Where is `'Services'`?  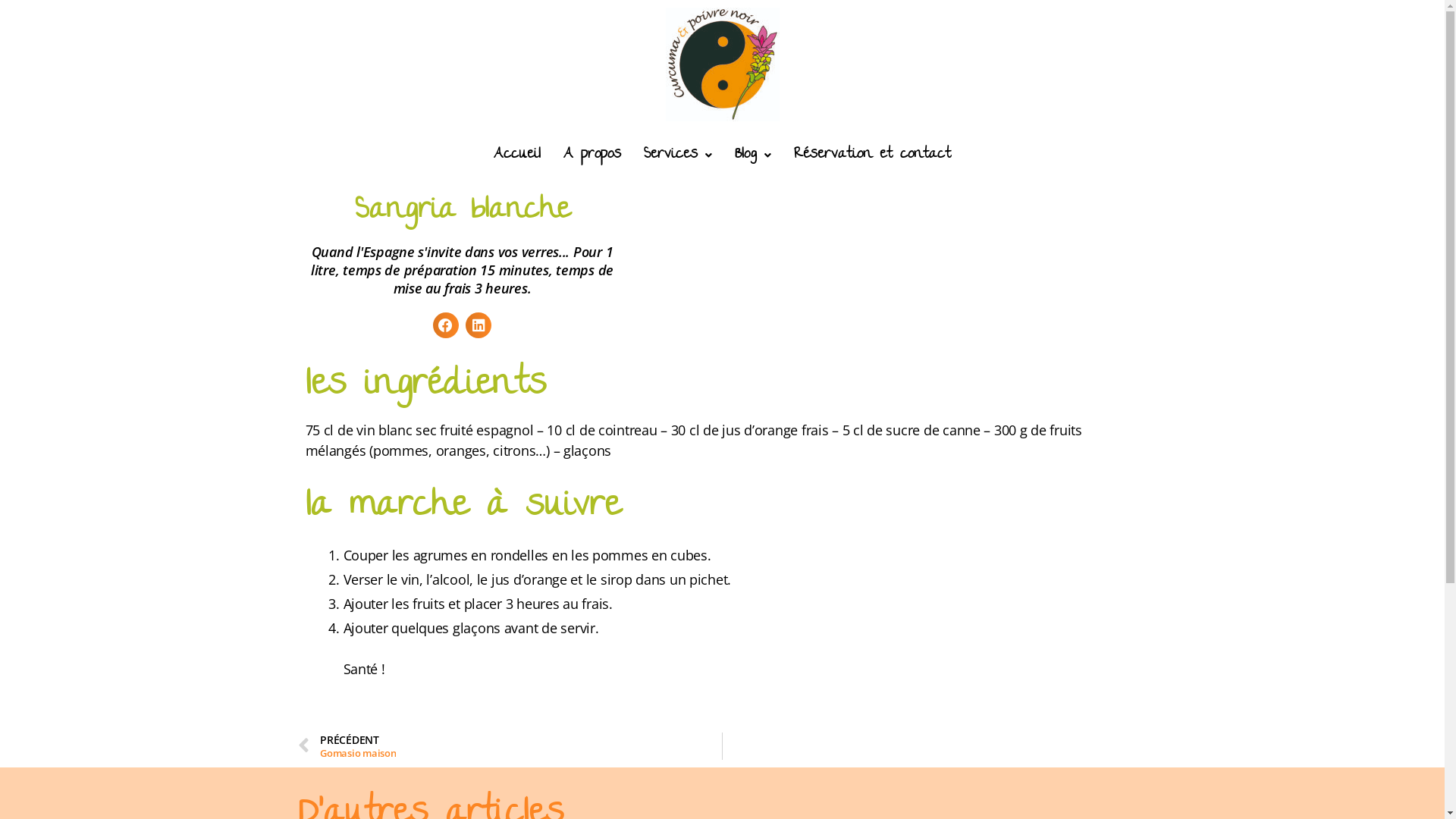 'Services' is located at coordinates (632, 155).